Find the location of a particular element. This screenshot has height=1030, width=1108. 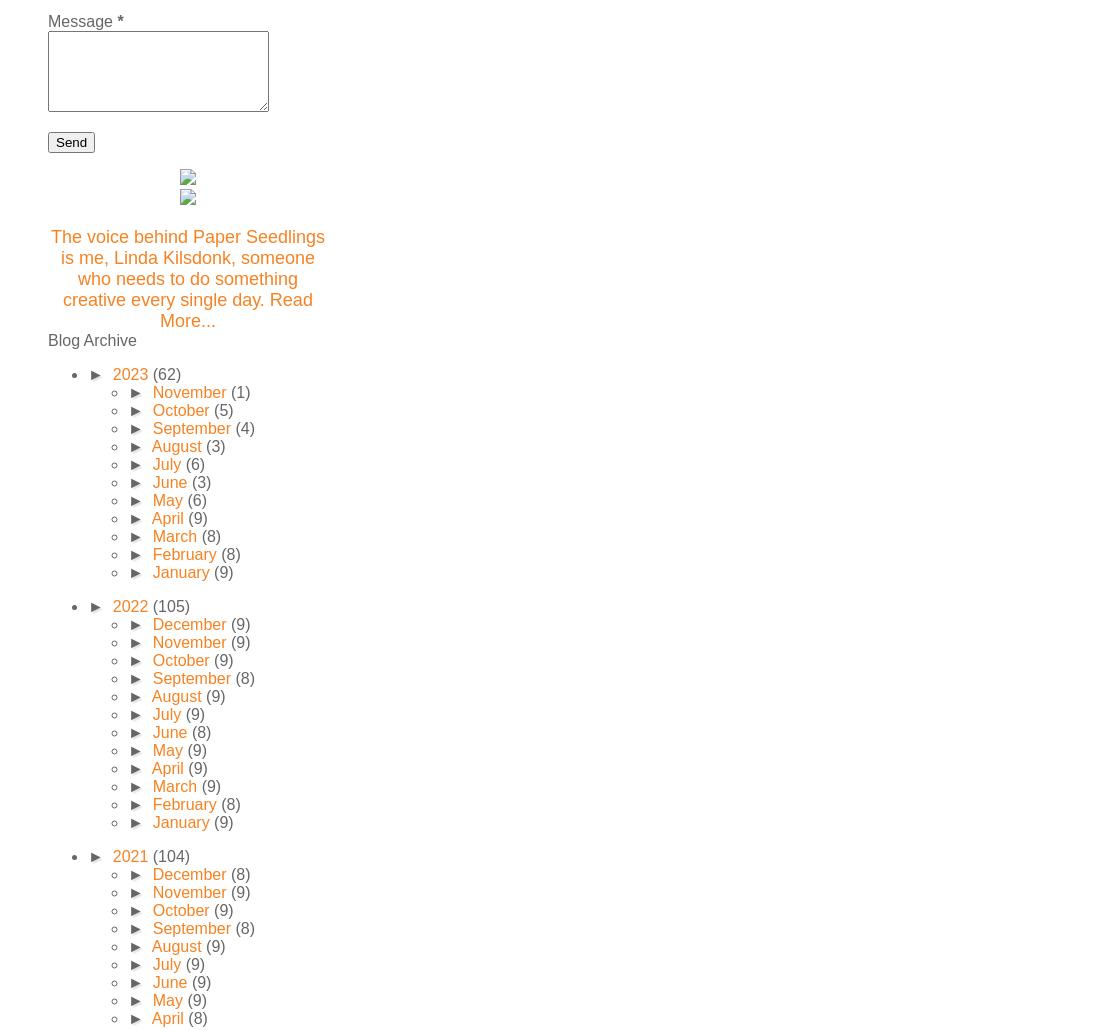

'The voice behind Paper Seedlings is me, Linda Kilsdonk, someone who needs to do something creative every single day.
Read More...' is located at coordinates (187, 278).